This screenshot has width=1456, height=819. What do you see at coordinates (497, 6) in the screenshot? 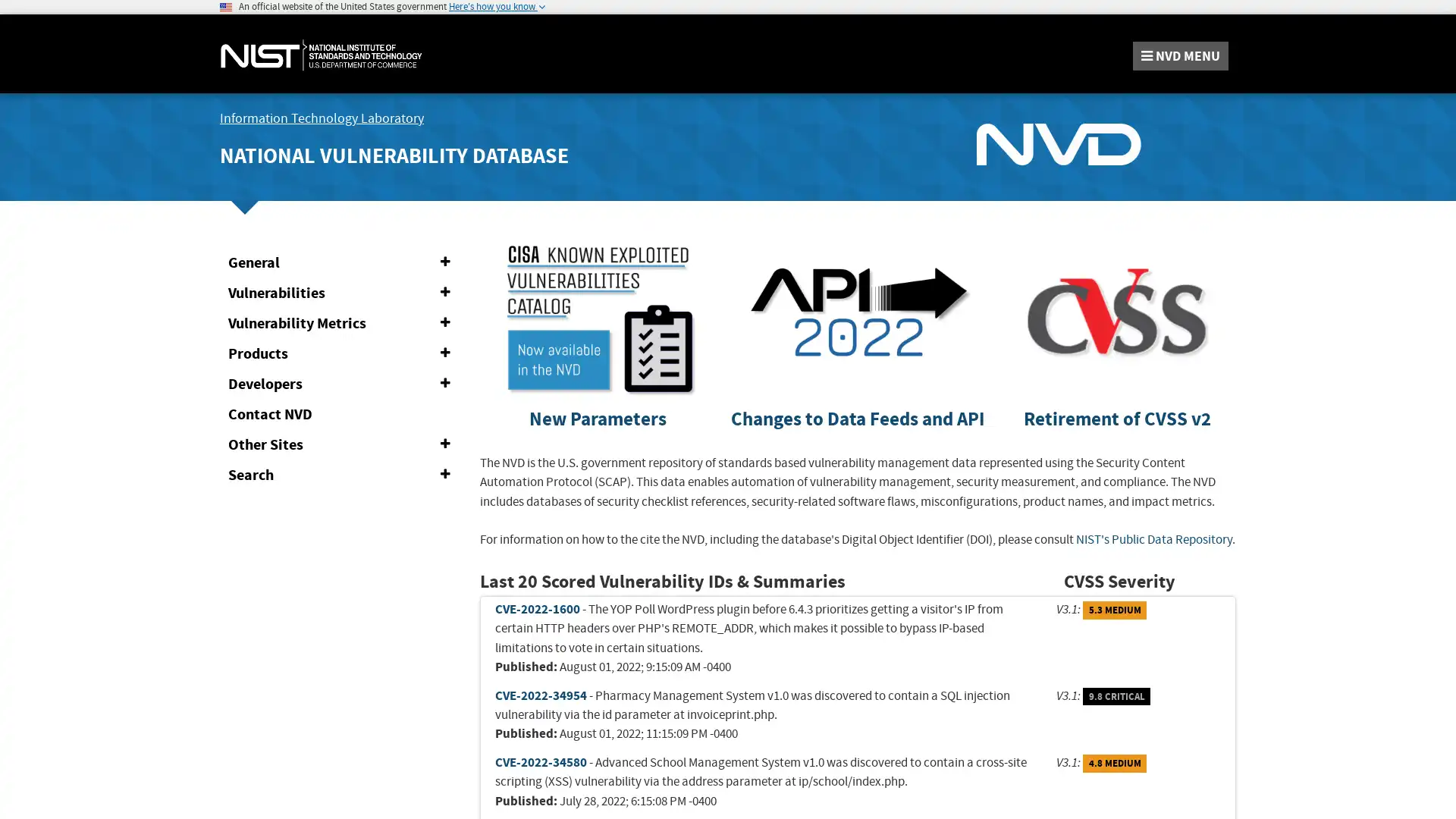
I see `Here's how you know` at bounding box center [497, 6].